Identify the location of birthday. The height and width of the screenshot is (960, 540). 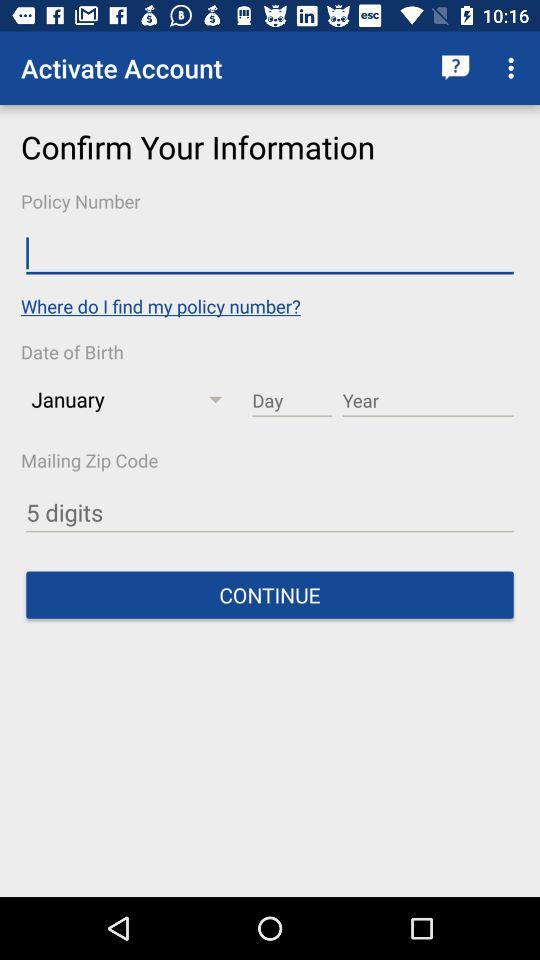
(291, 400).